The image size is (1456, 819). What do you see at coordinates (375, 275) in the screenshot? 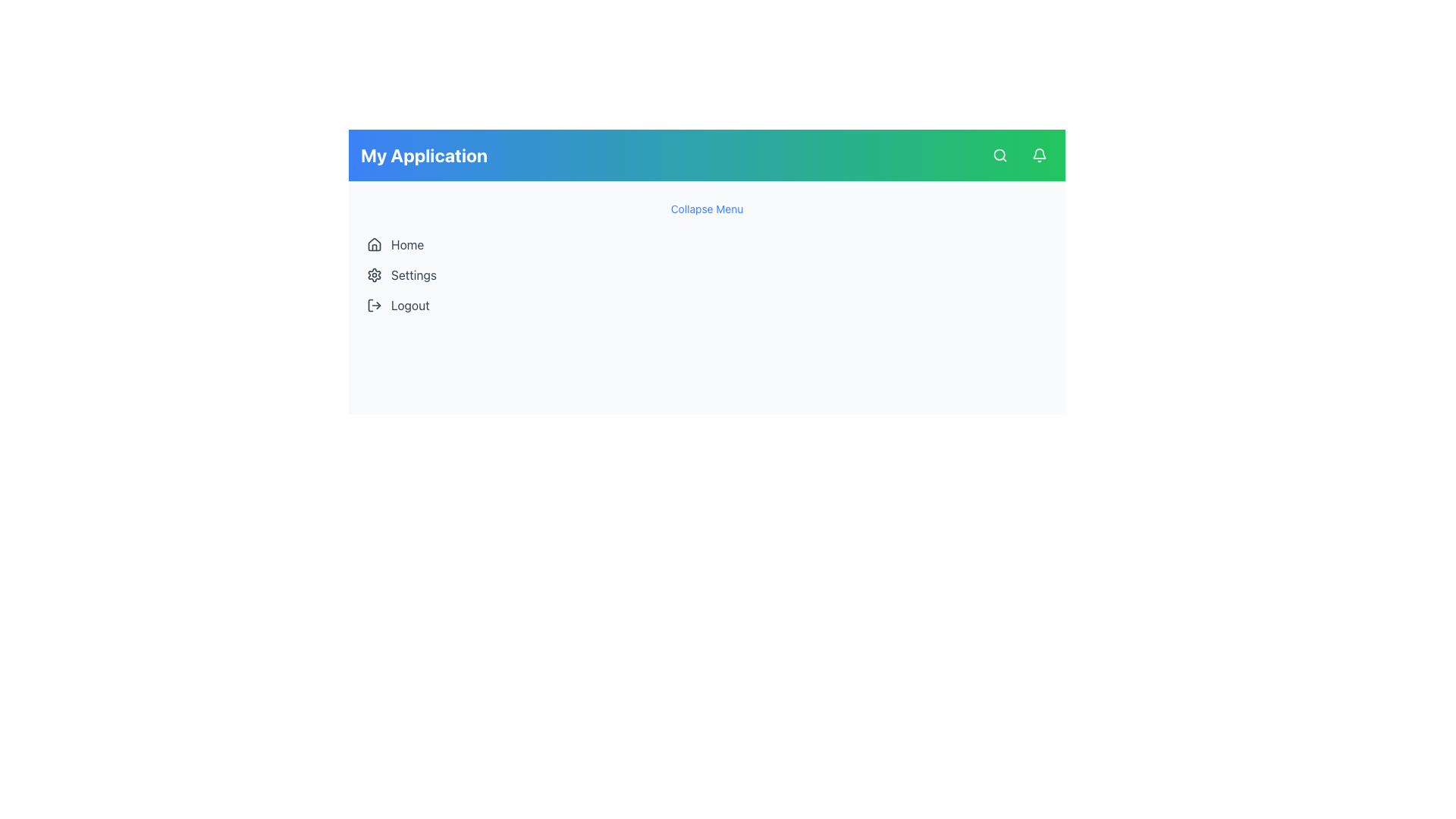
I see `the circular settings icon, which features a gear-like design and is located to the left of the 'Settings' label` at bounding box center [375, 275].